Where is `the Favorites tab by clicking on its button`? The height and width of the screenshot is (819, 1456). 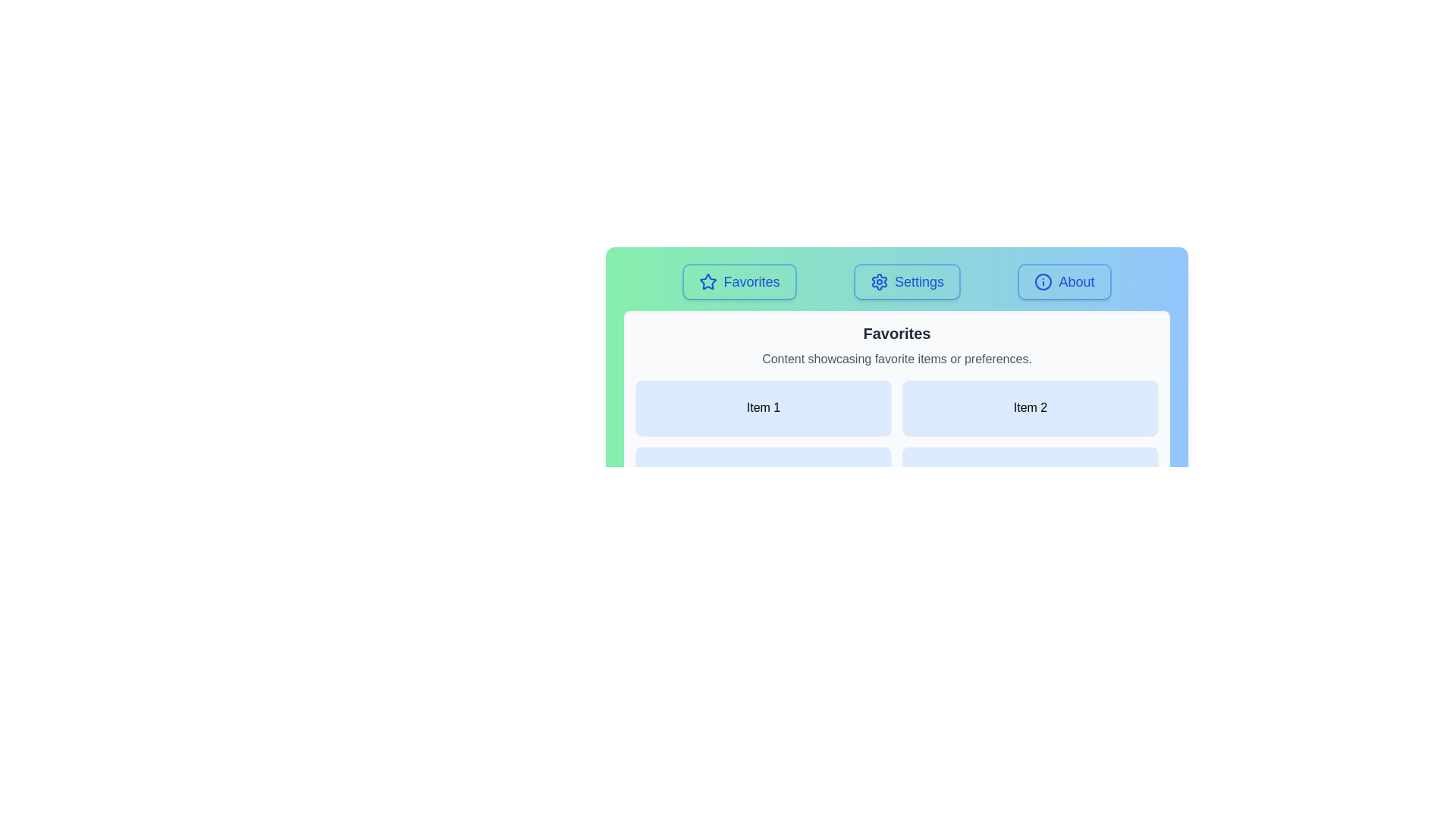
the Favorites tab by clicking on its button is located at coordinates (739, 281).